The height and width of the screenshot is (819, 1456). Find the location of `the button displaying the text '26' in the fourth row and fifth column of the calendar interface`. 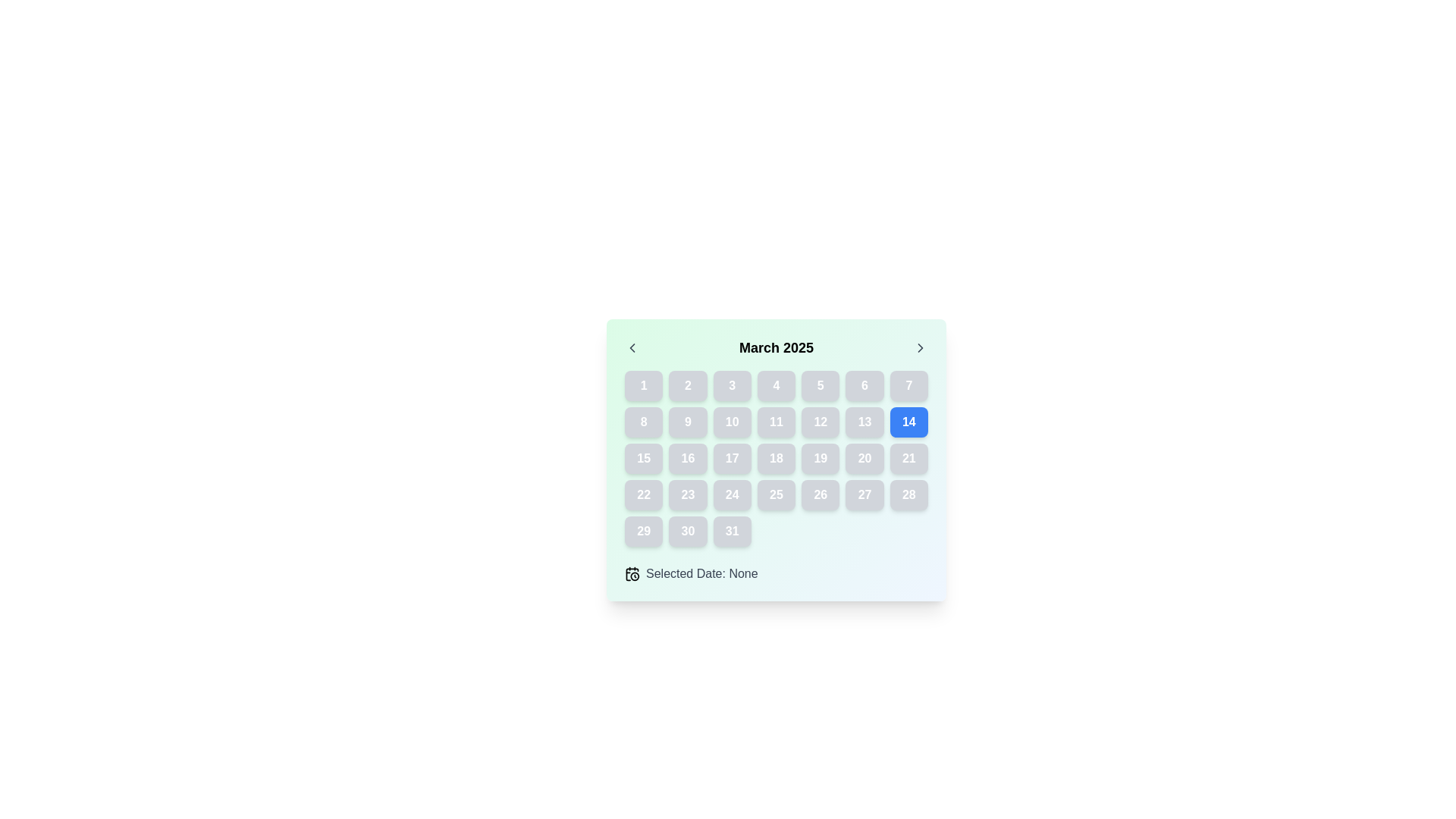

the button displaying the text '26' in the fourth row and fifth column of the calendar interface is located at coordinates (820, 494).